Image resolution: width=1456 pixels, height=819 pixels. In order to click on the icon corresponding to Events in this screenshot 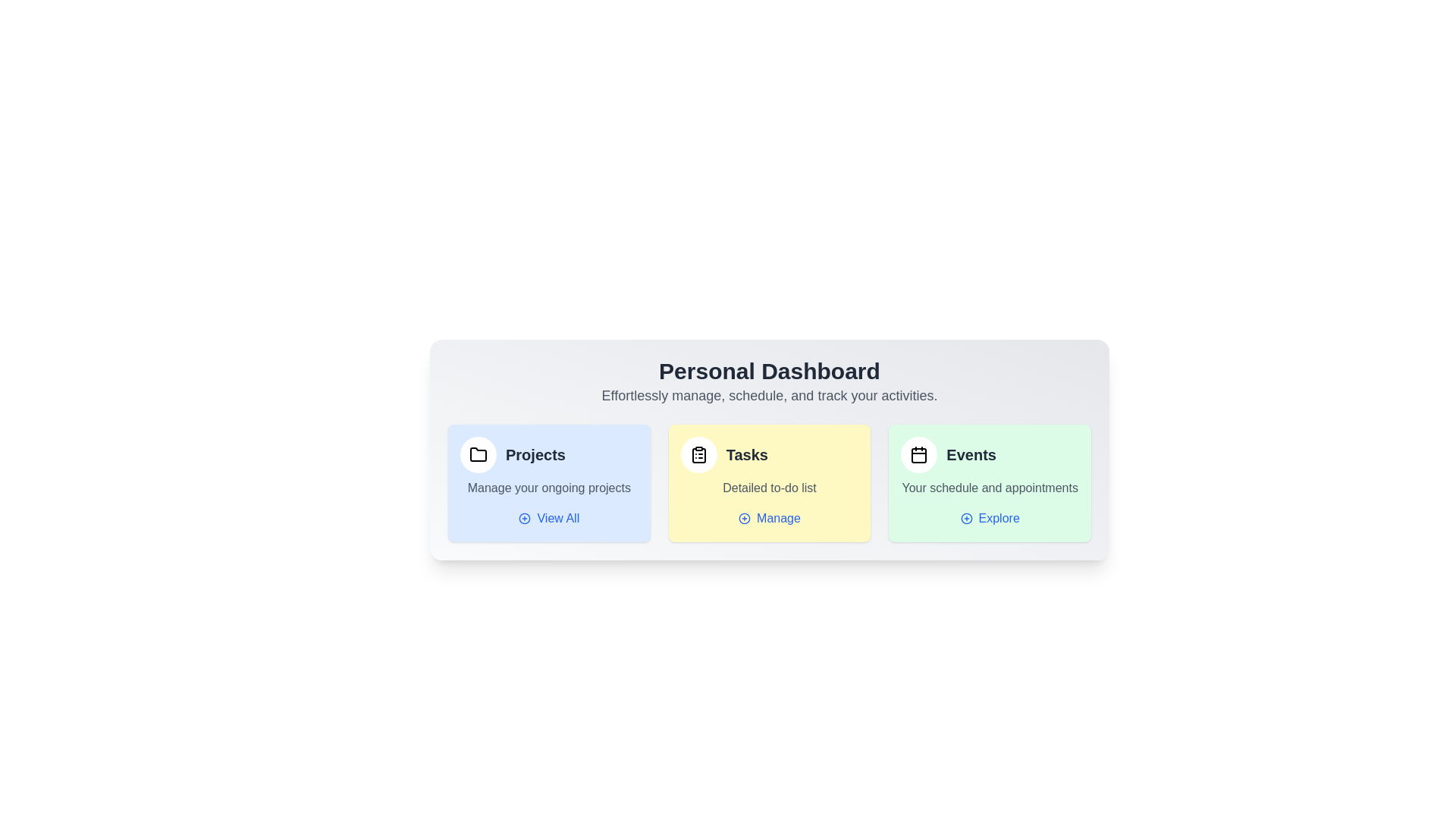, I will do `click(918, 454)`.